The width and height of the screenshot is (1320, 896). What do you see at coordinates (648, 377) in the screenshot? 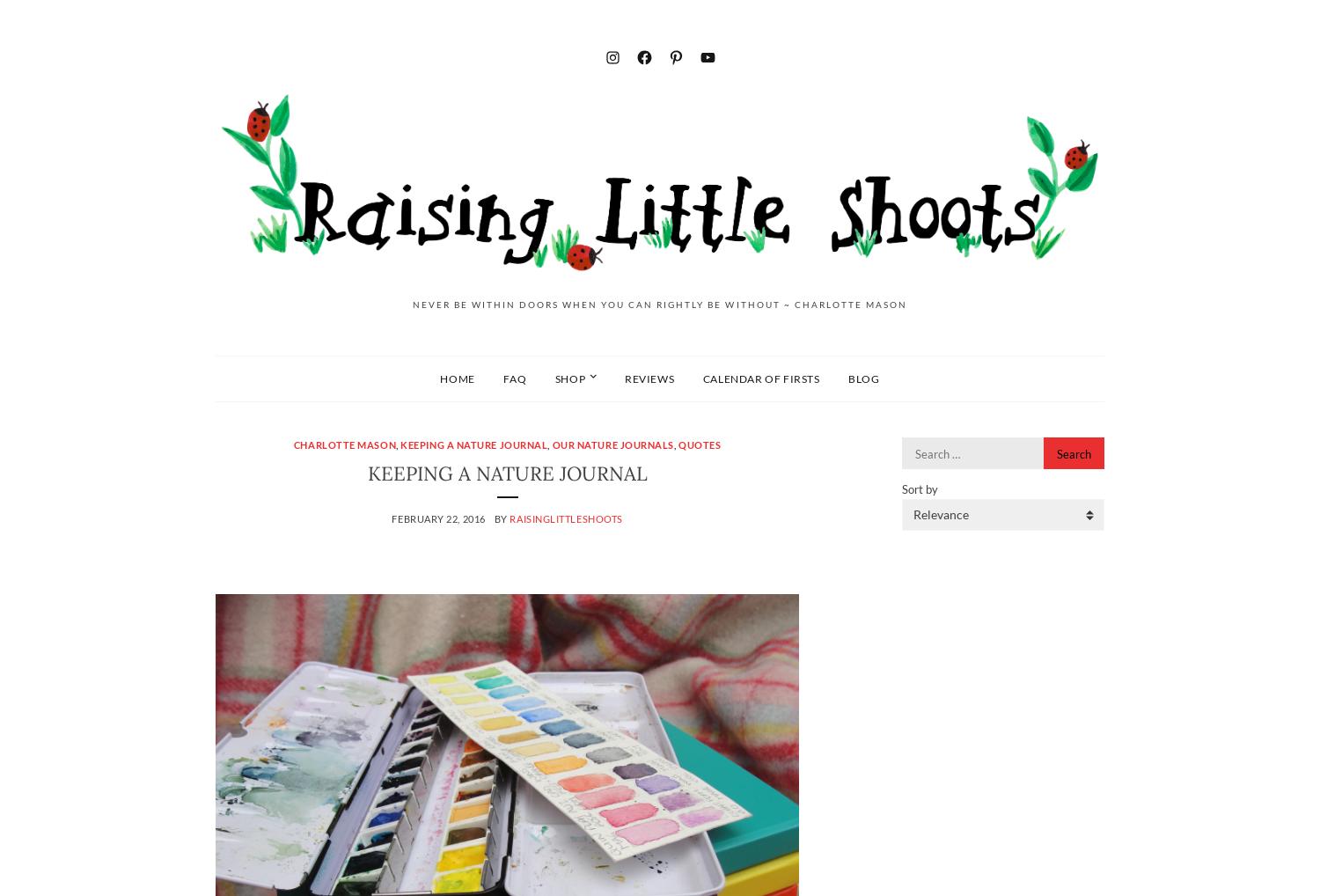
I see `'Reviews'` at bounding box center [648, 377].